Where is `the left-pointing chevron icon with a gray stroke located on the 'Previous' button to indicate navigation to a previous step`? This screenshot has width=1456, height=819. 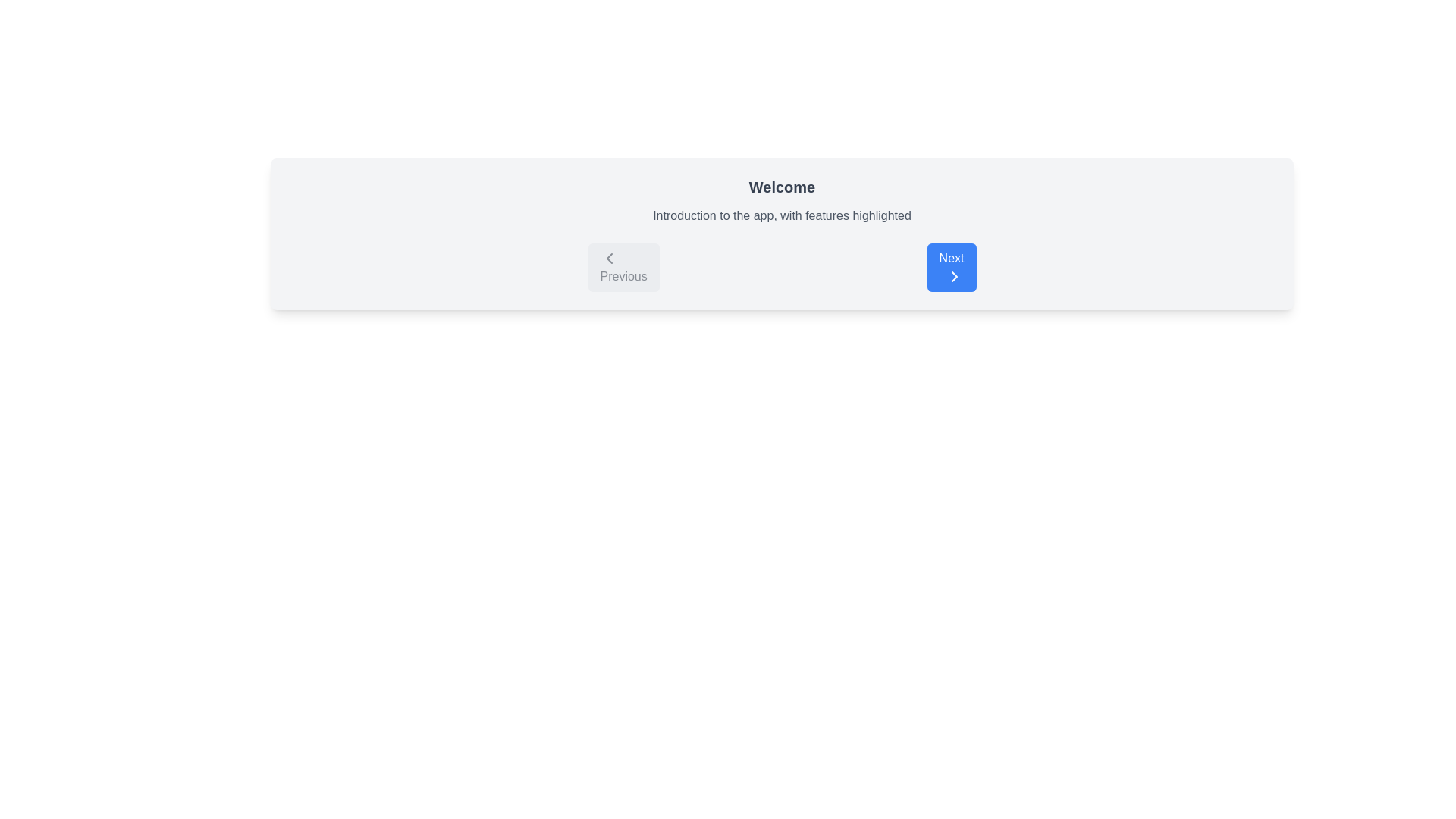
the left-pointing chevron icon with a gray stroke located on the 'Previous' button to indicate navigation to a previous step is located at coordinates (609, 257).